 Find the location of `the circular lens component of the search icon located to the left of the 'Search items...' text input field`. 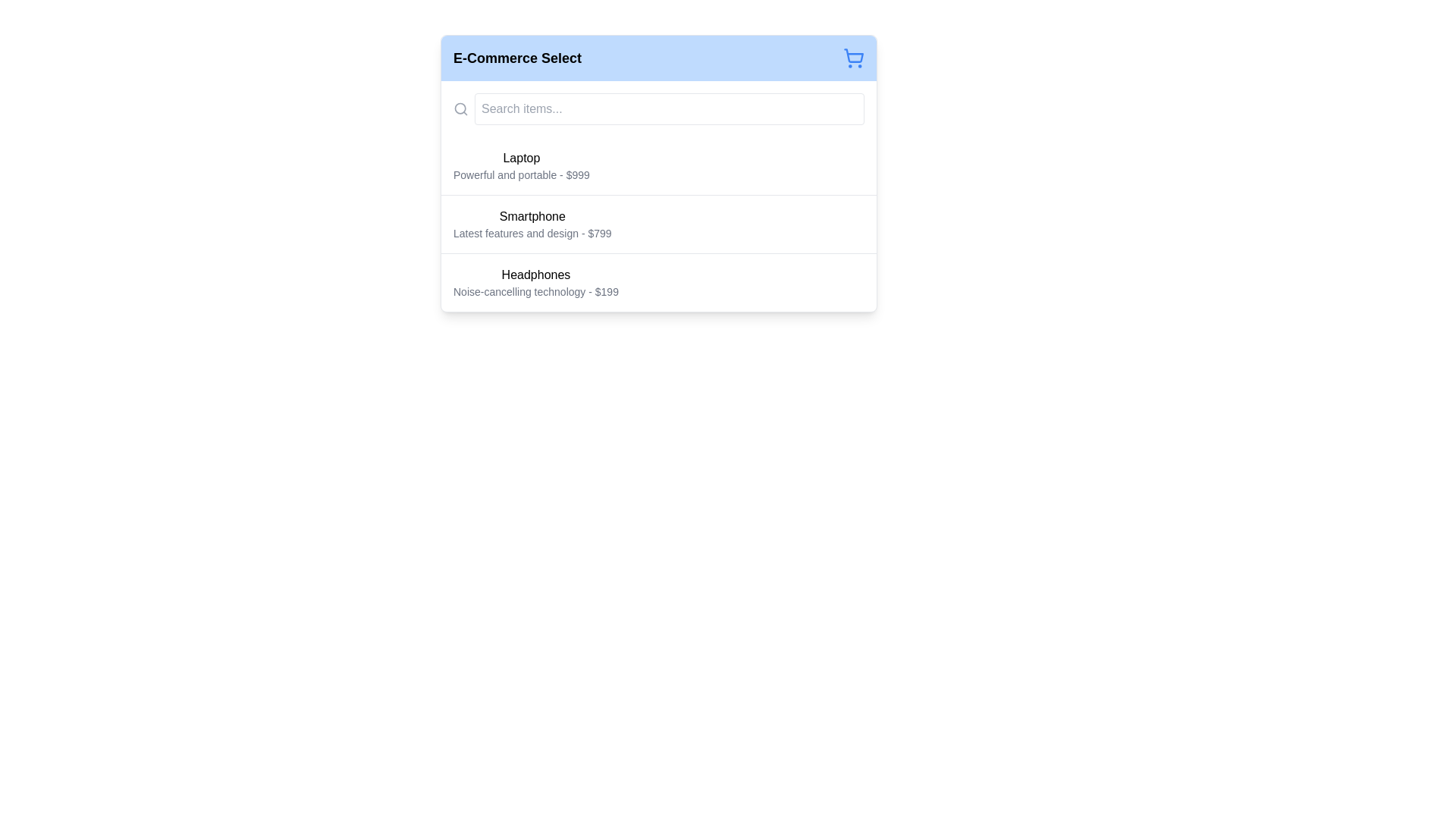

the circular lens component of the search icon located to the left of the 'Search items...' text input field is located at coordinates (460, 108).